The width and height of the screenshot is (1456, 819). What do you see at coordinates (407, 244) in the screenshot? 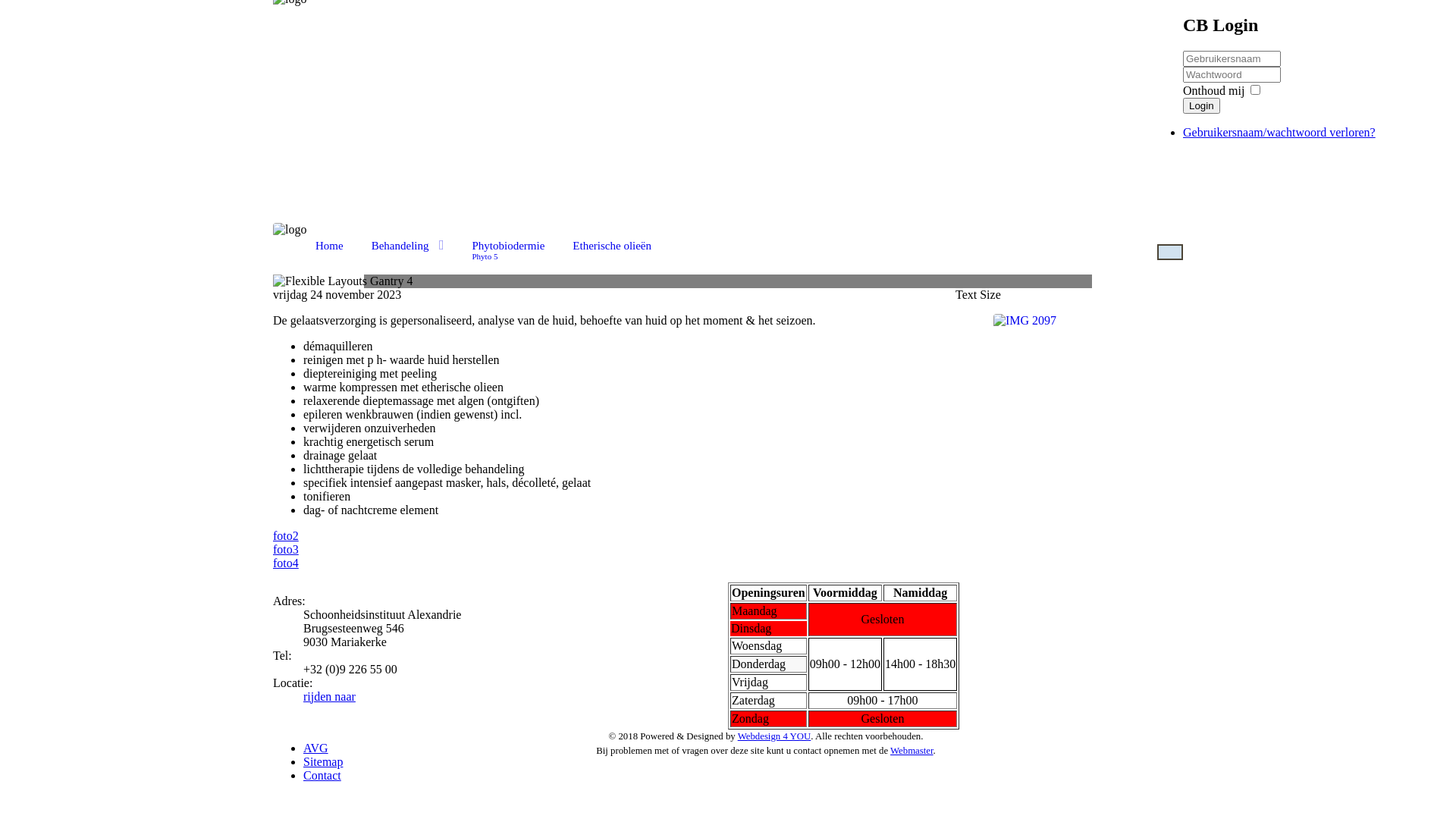
I see `'Behandeling'` at bounding box center [407, 244].